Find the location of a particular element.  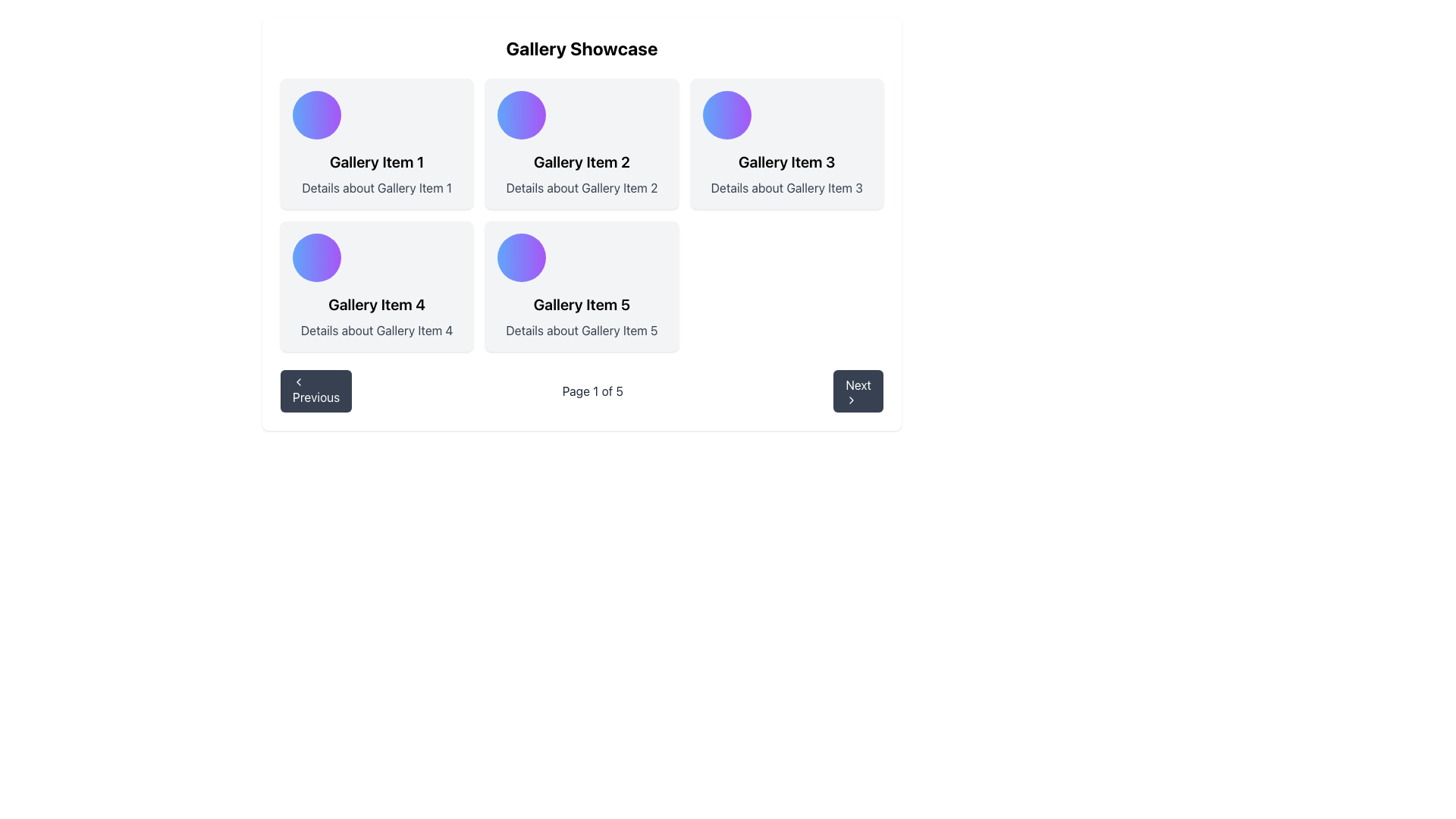

the leftward-pointing chevron icon inside the 'Previous' button, which has a dark background and white text is located at coordinates (298, 381).